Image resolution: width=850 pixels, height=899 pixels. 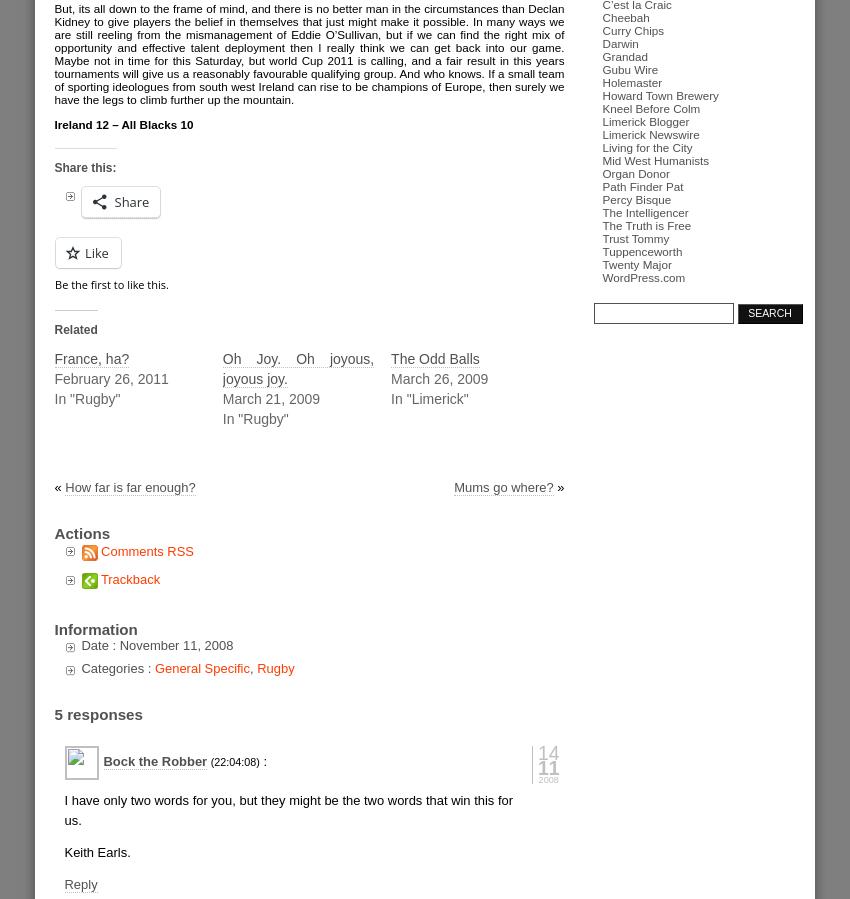 What do you see at coordinates (122, 122) in the screenshot?
I see `'Ireland 12 – All Blacks 10'` at bounding box center [122, 122].